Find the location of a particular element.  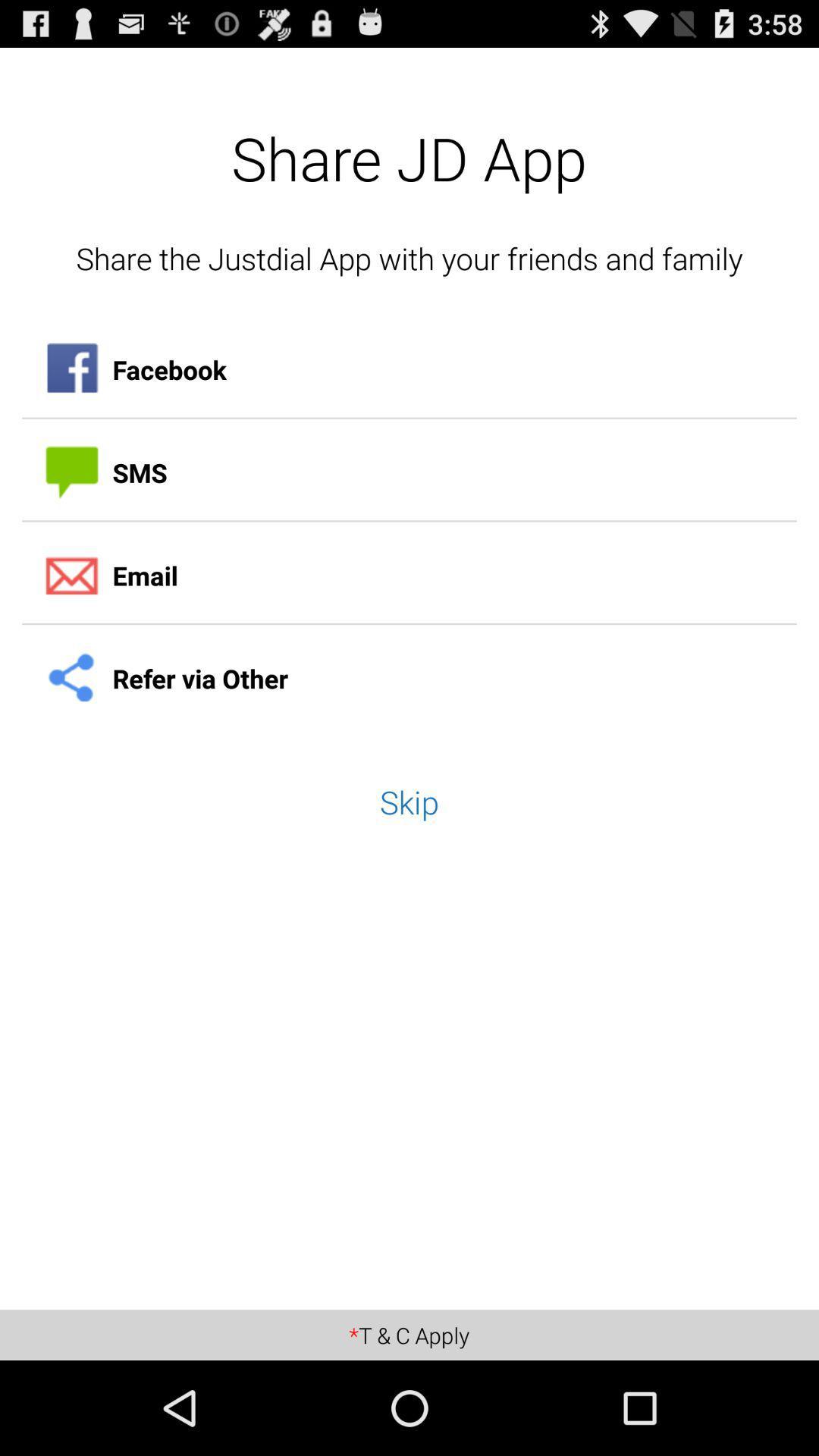

app below the share the justdial item is located at coordinates (409, 369).